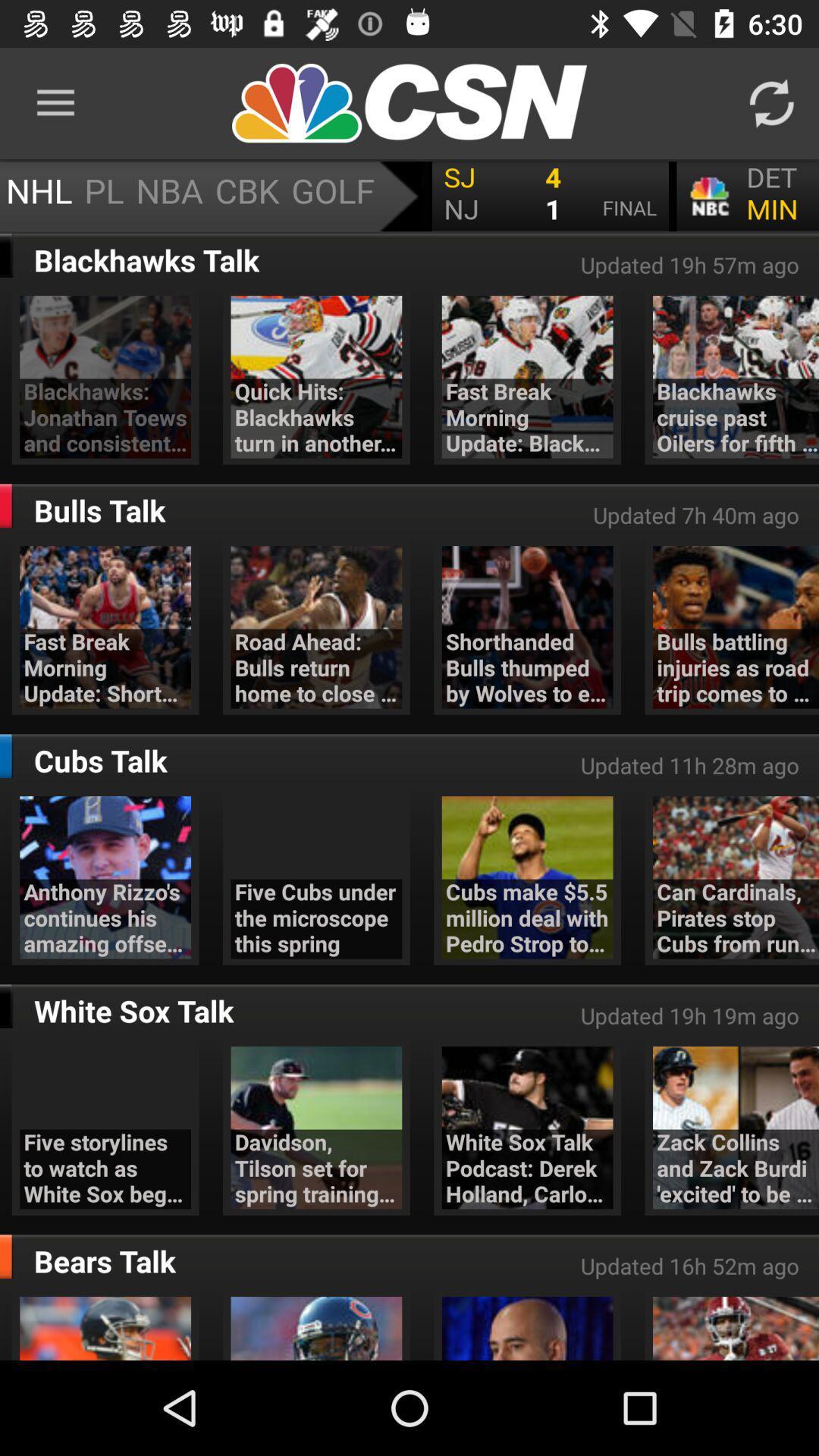  I want to click on open menu, so click(409, 196).